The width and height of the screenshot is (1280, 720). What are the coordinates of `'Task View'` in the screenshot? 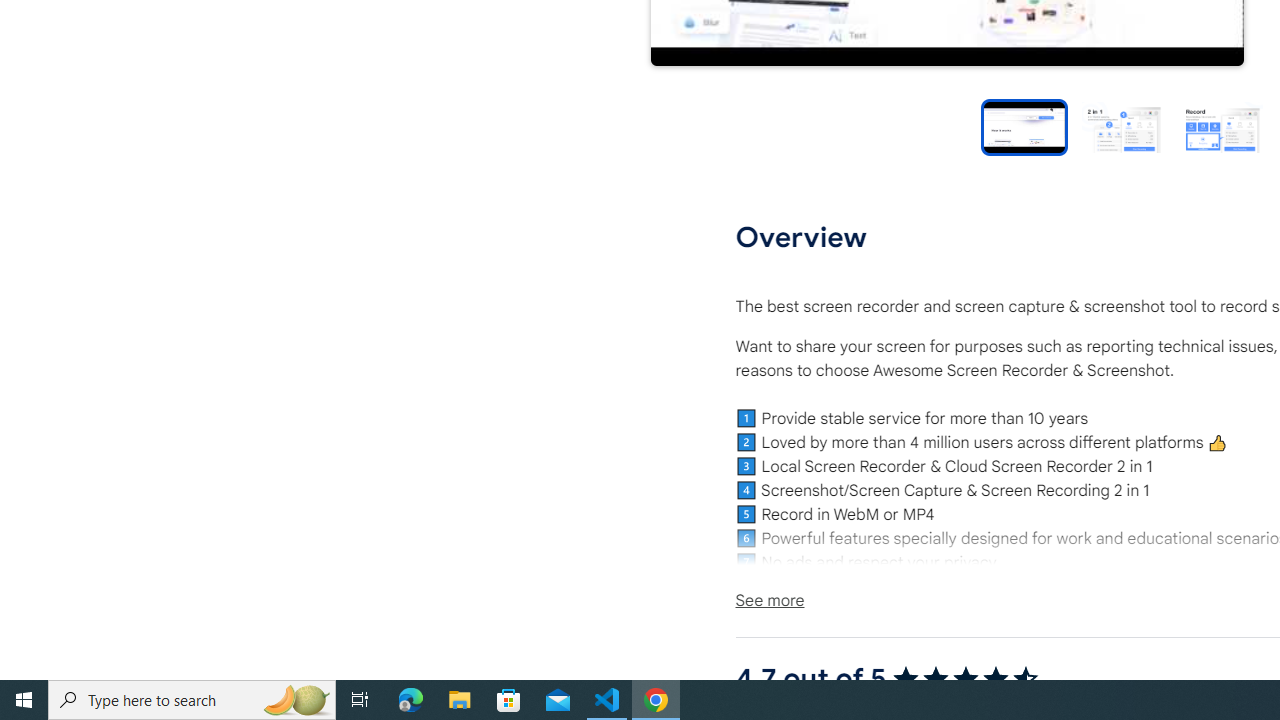 It's located at (359, 698).